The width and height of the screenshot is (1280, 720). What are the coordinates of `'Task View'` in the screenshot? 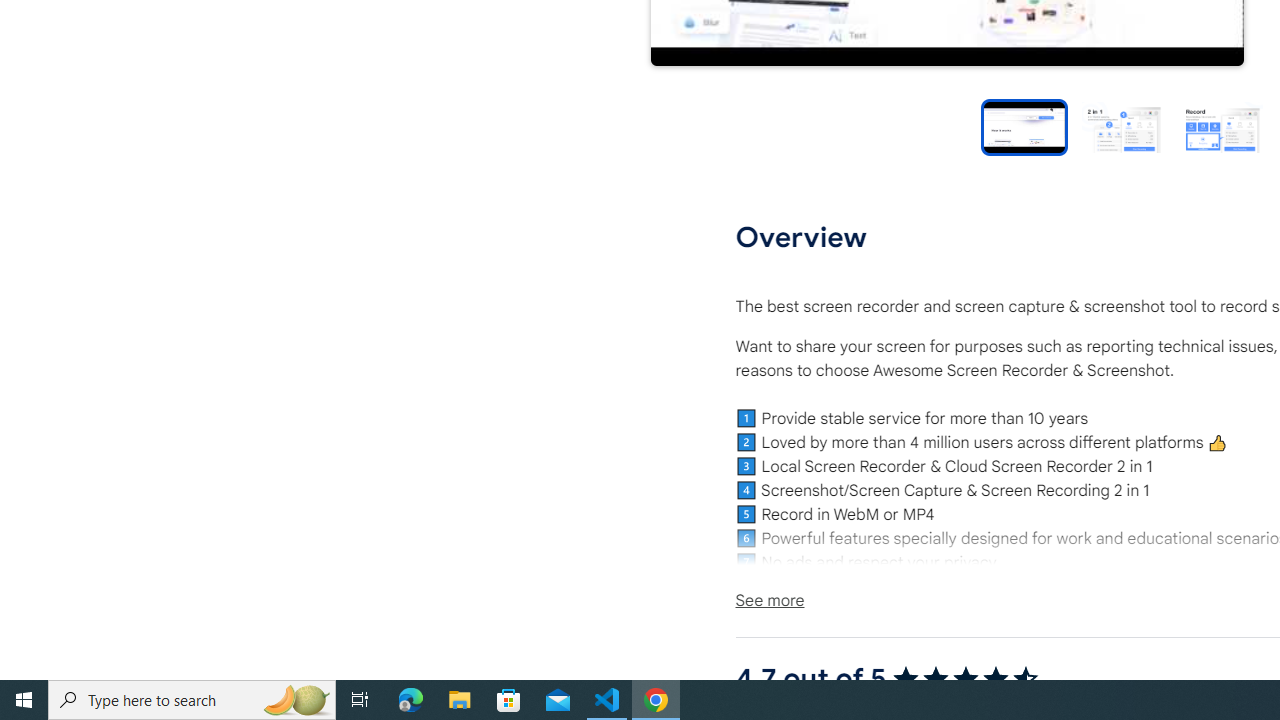 It's located at (359, 698).